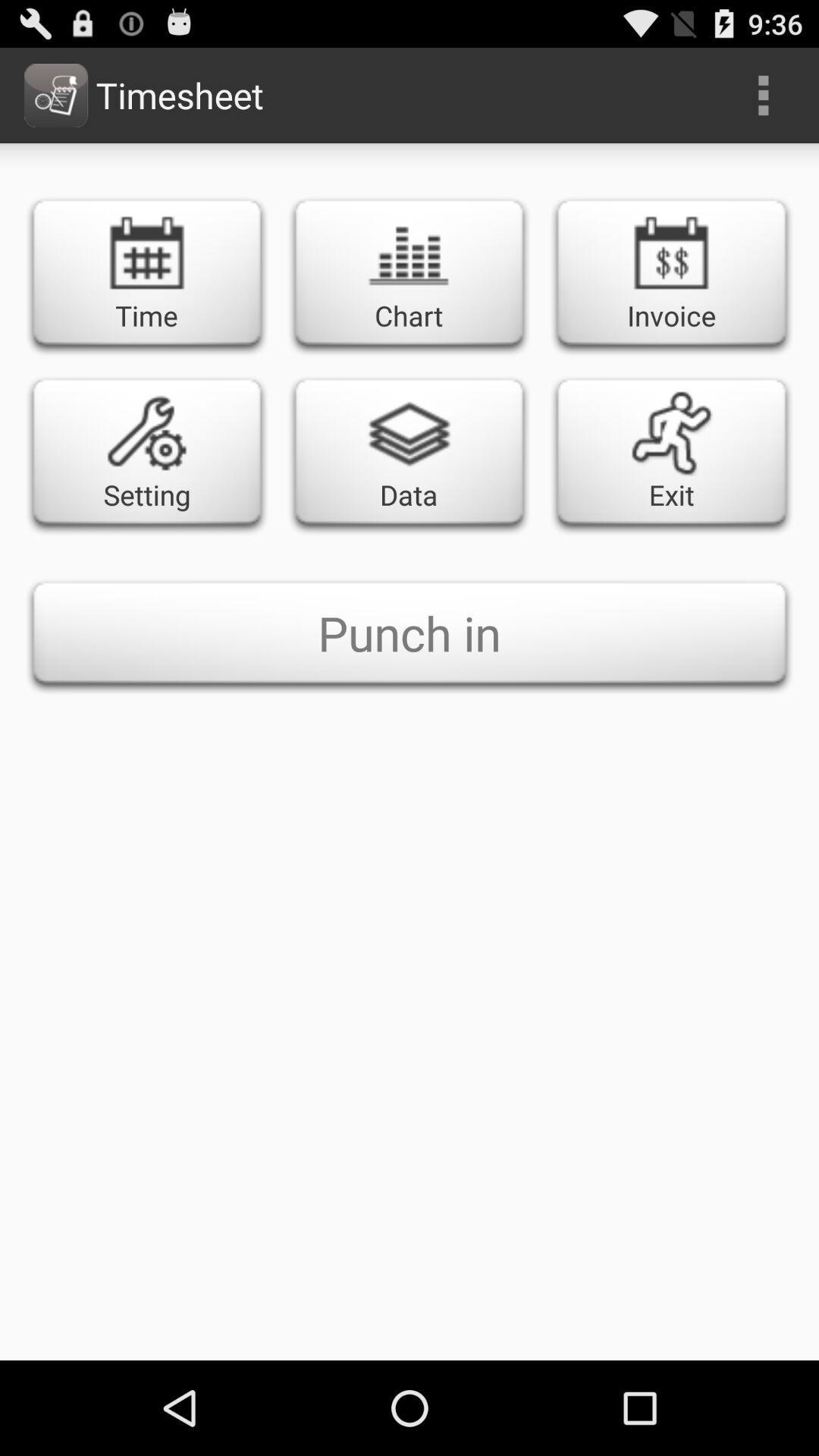 This screenshot has width=819, height=1456. Describe the element at coordinates (763, 94) in the screenshot. I see `app next to timesheet` at that location.